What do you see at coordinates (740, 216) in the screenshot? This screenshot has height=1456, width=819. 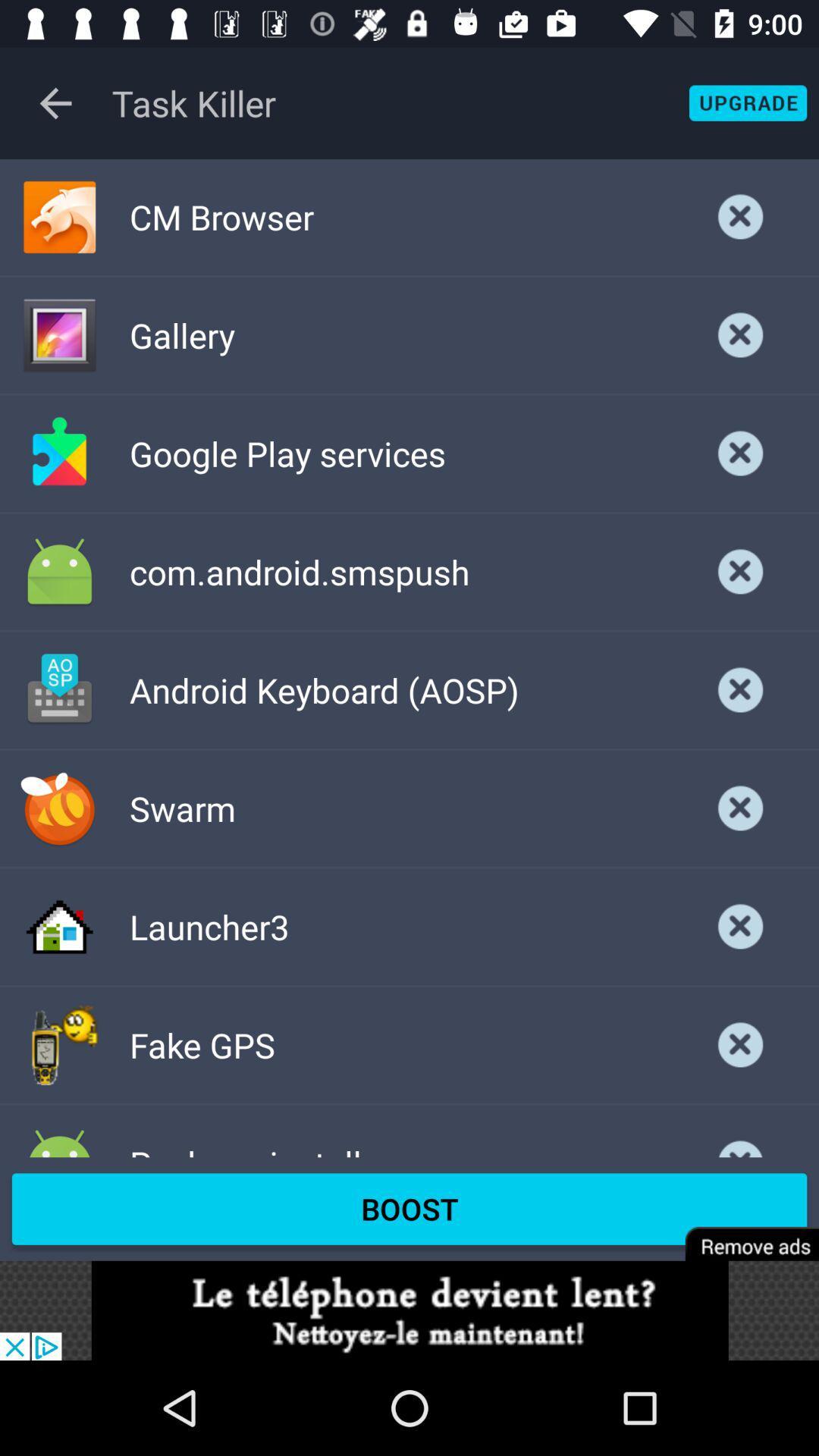 I see `task` at bounding box center [740, 216].